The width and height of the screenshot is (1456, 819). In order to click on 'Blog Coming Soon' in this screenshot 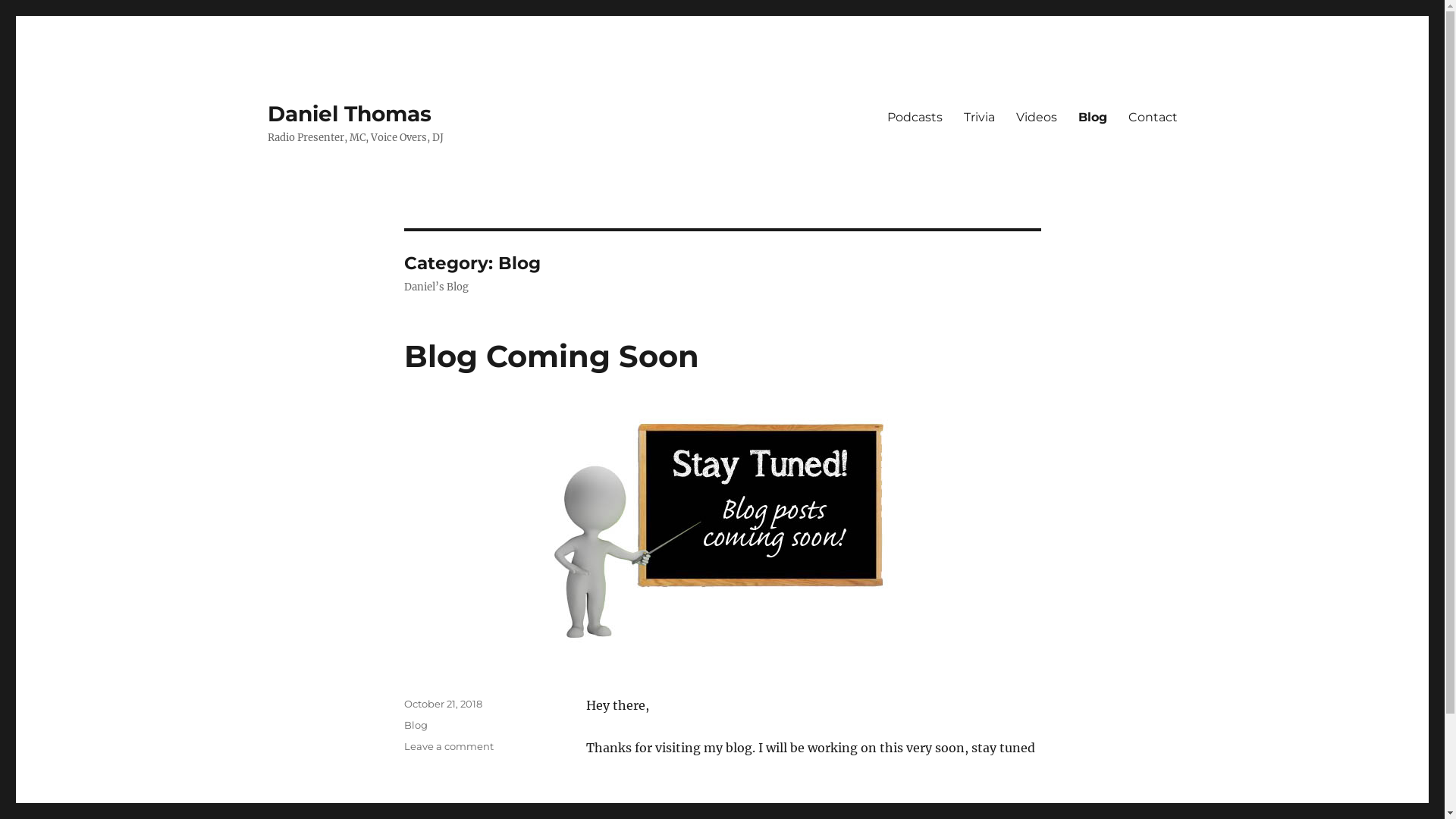, I will do `click(550, 356)`.